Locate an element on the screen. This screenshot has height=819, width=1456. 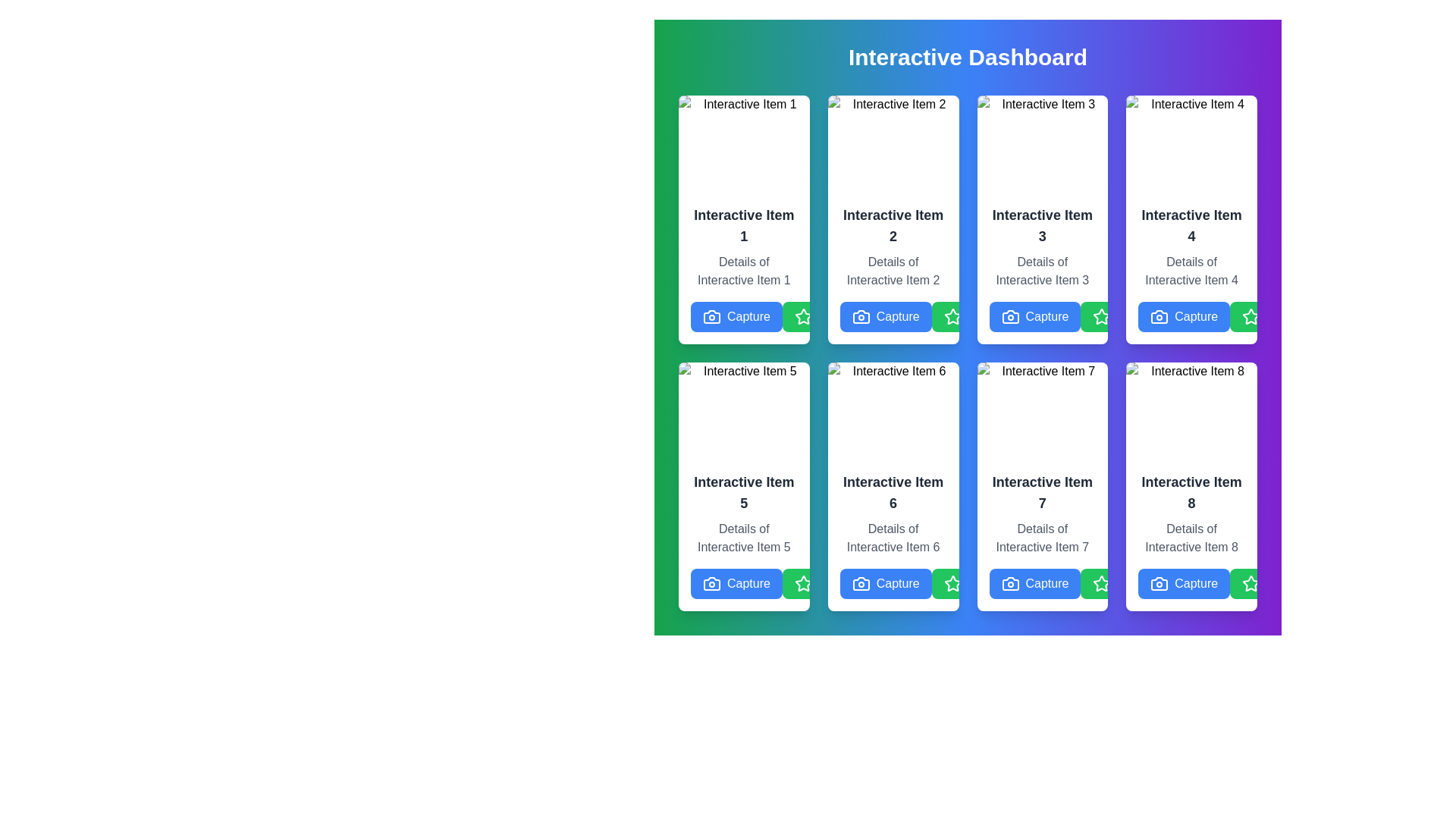
the image representing 'Interactive Item 5', located in the upper section of its card in the second row, first column of the grid layout is located at coordinates (744, 411).